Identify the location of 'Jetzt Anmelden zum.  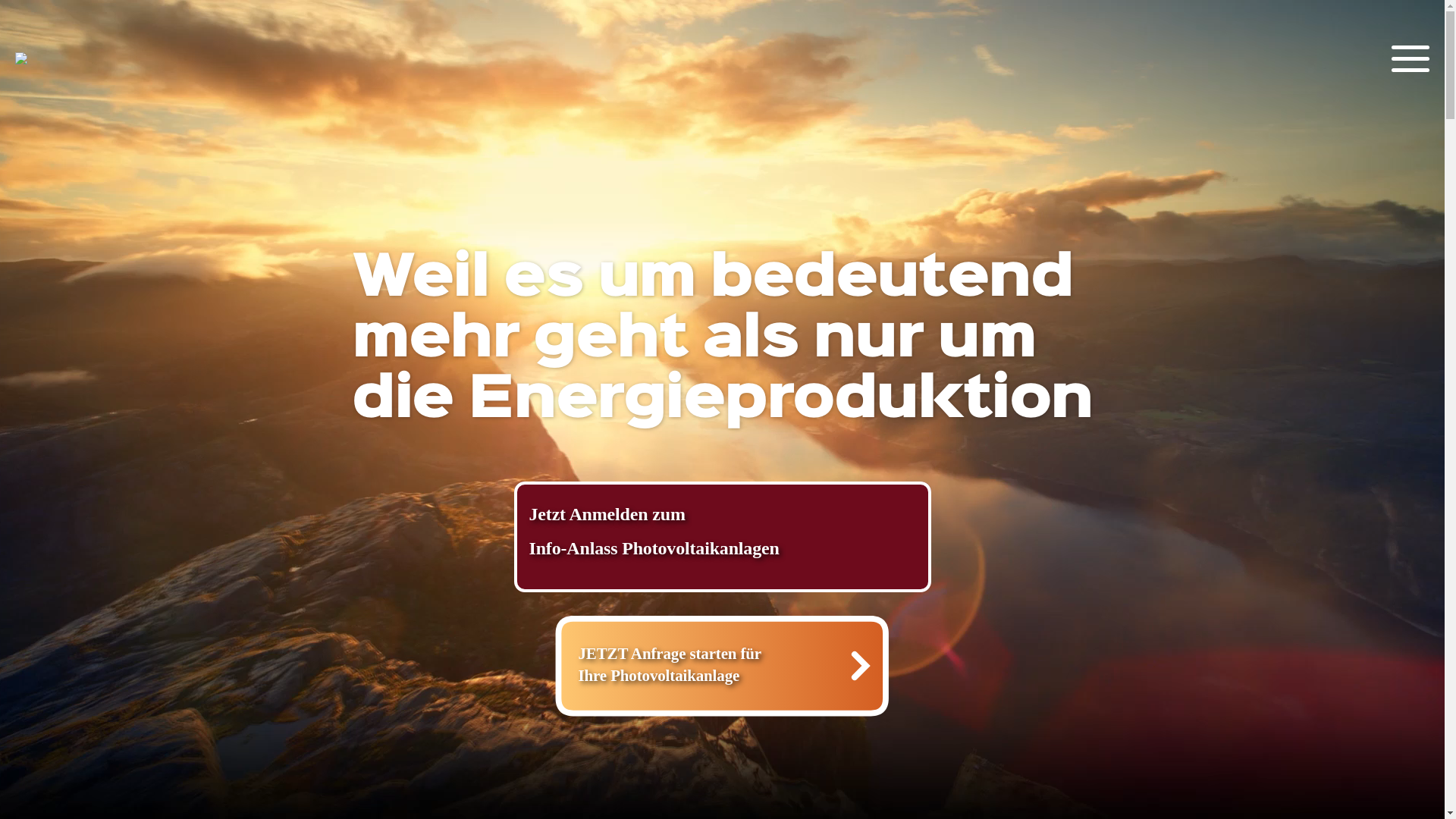
(722, 536).